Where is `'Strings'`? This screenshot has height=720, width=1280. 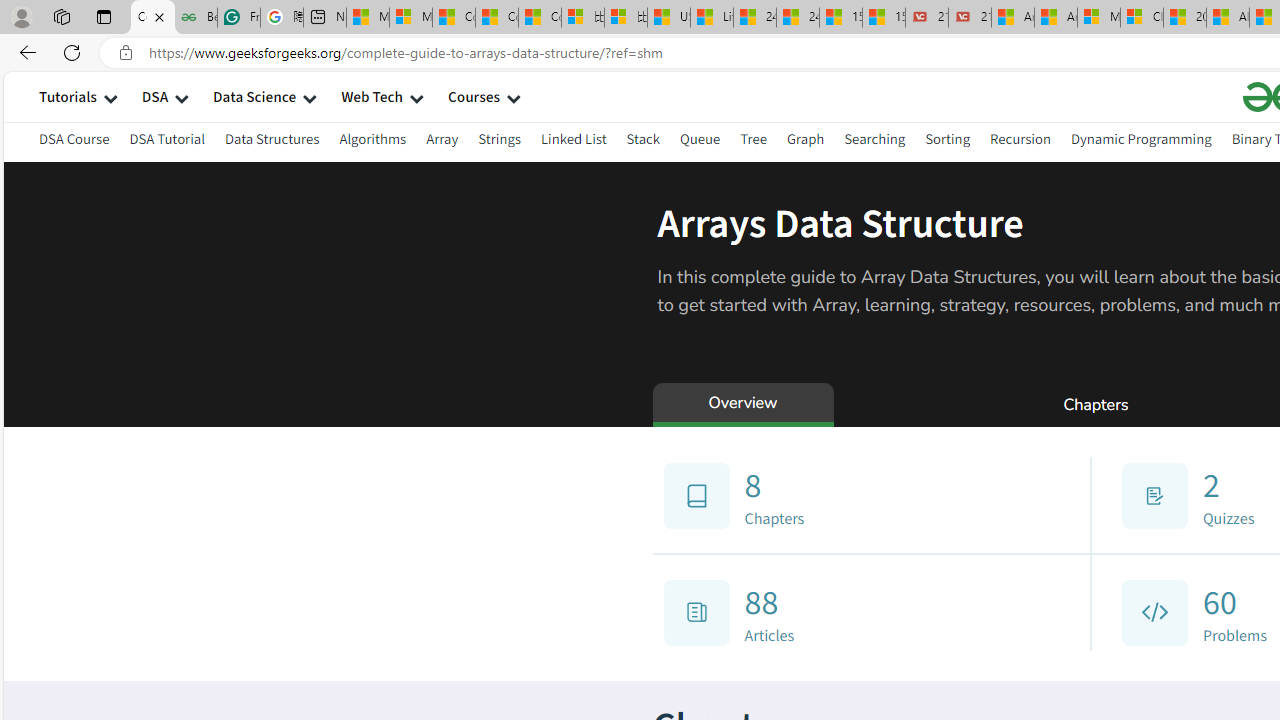 'Strings' is located at coordinates (499, 138).